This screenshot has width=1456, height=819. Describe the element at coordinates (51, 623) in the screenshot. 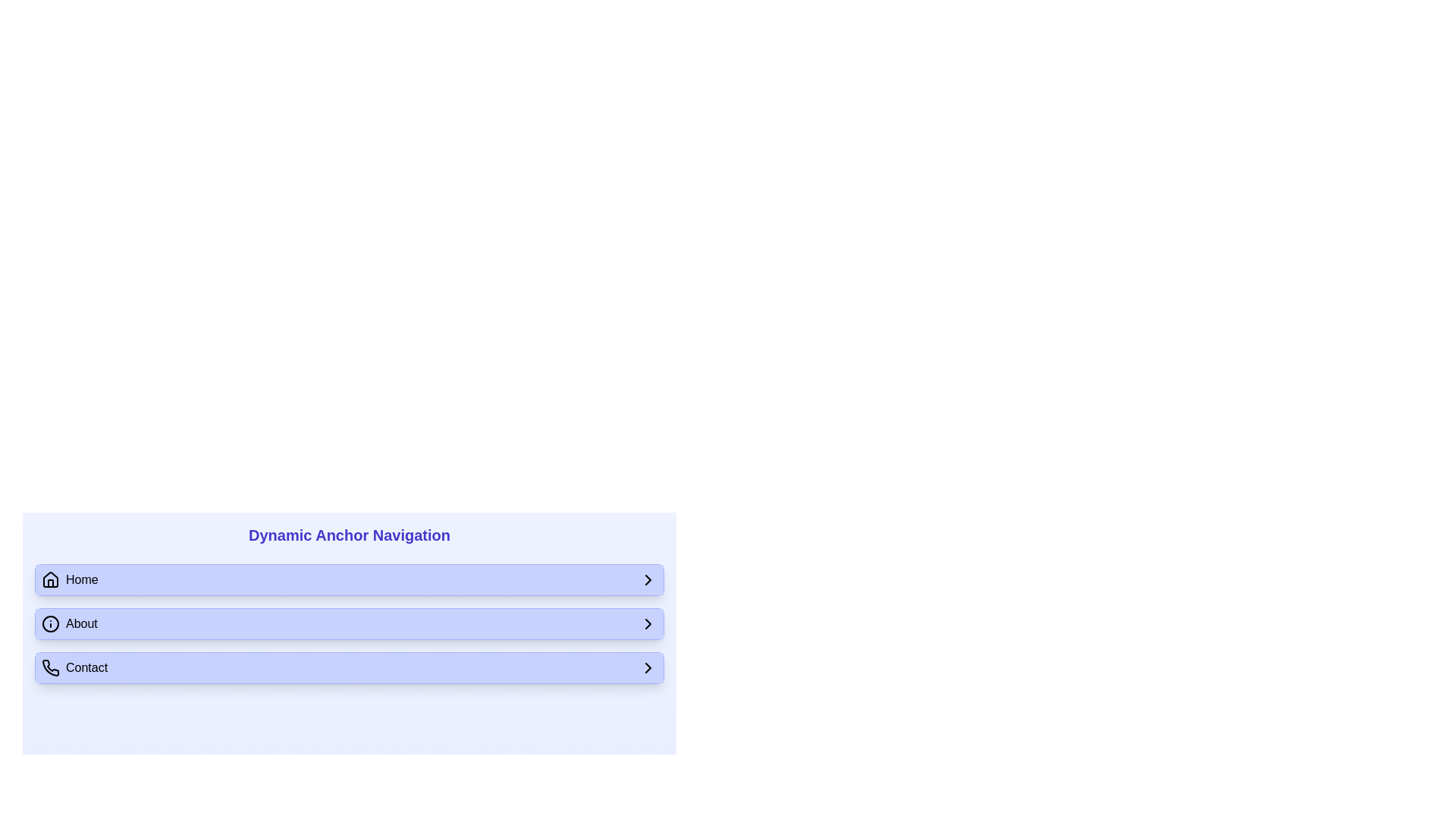

I see `the circular icon representing the 'info' symbol located in the second row of the vertical navigation menu labeled 'About'` at that location.